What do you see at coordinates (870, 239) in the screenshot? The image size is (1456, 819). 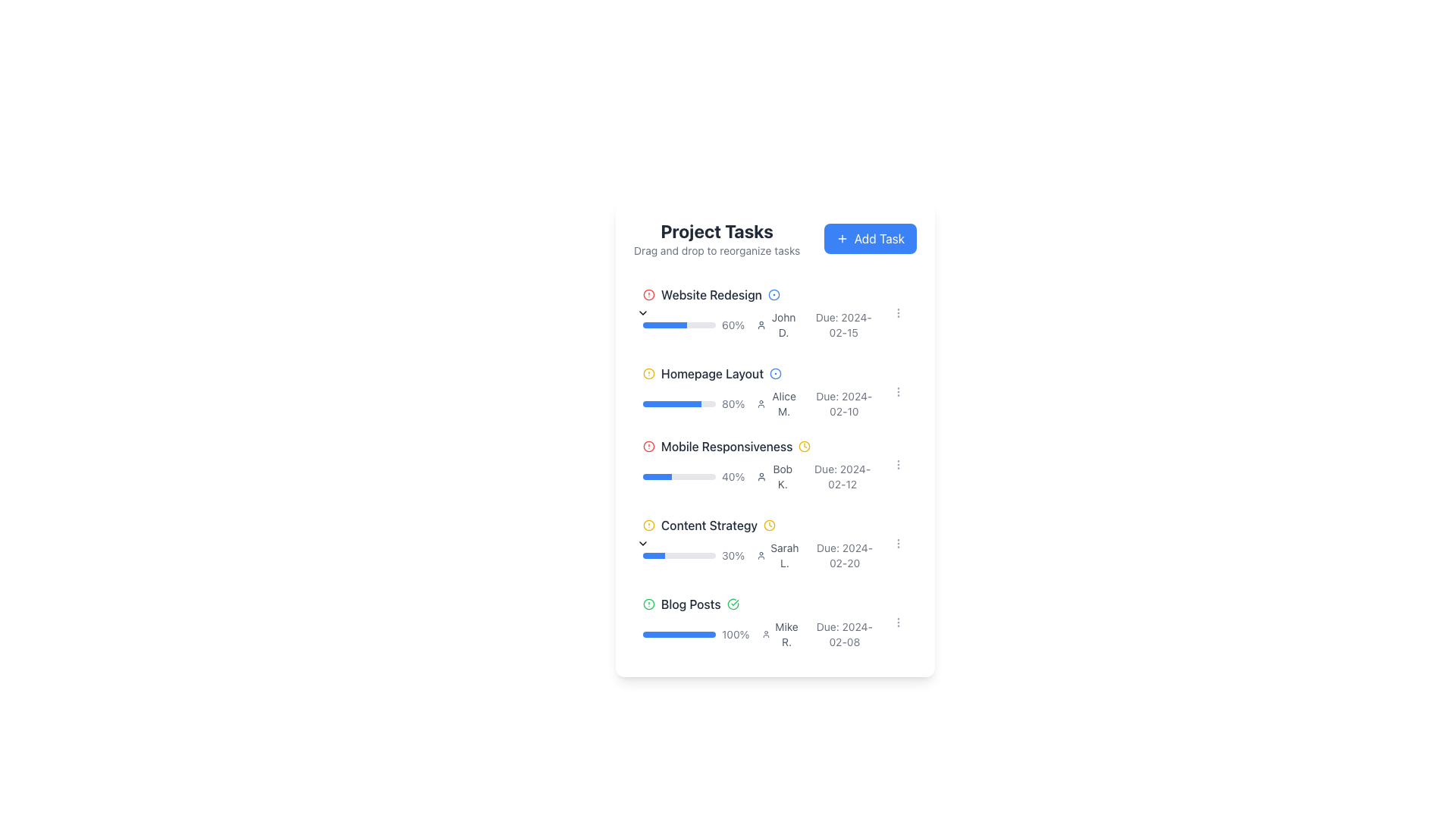 I see `the 'Add Task' button located at the upper-right corner of the 'Project Tasks' header section` at bounding box center [870, 239].